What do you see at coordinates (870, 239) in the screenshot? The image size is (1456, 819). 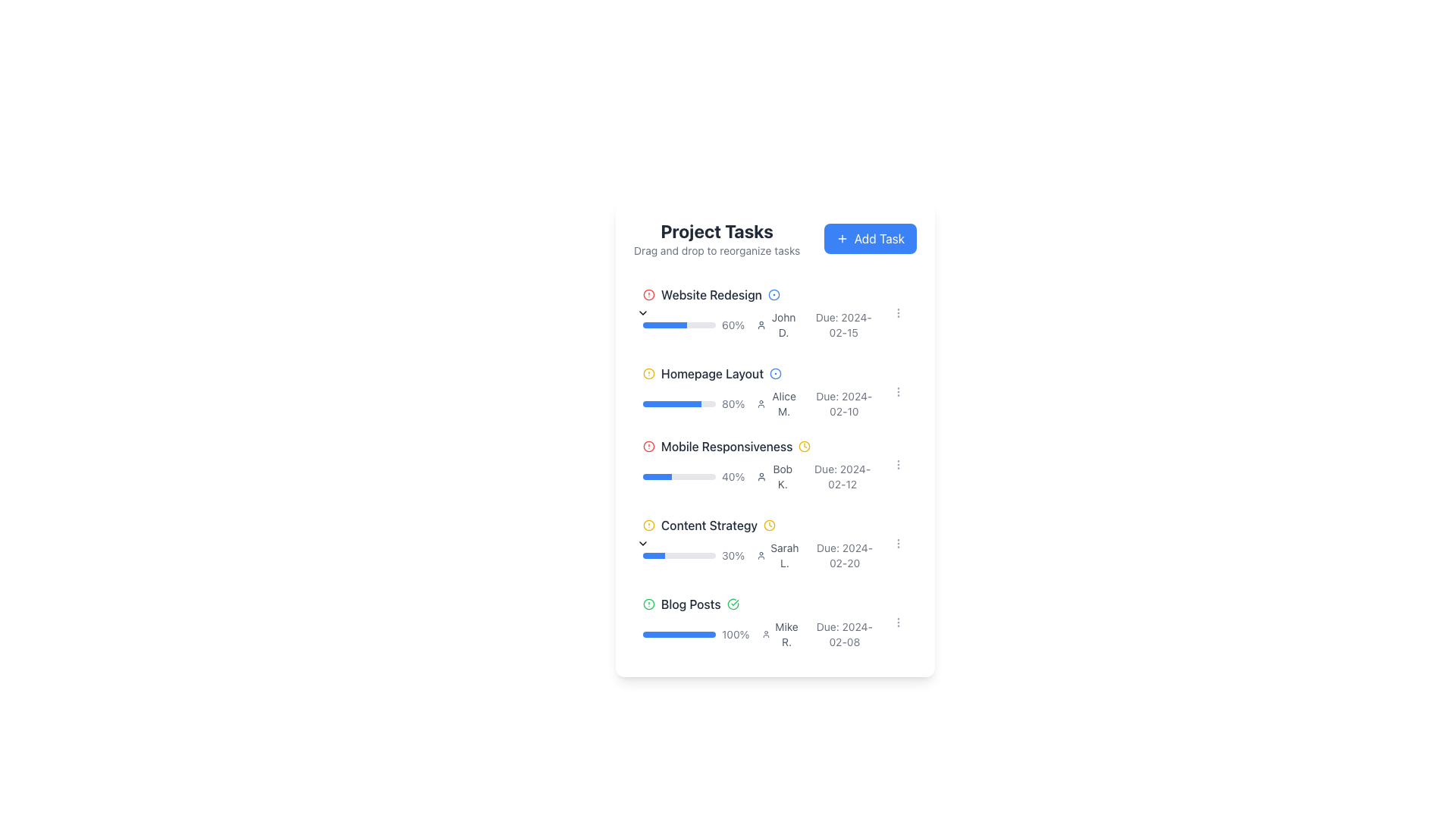 I see `the 'Add Task' button located at the upper-right corner of the 'Project Tasks' header section` at bounding box center [870, 239].